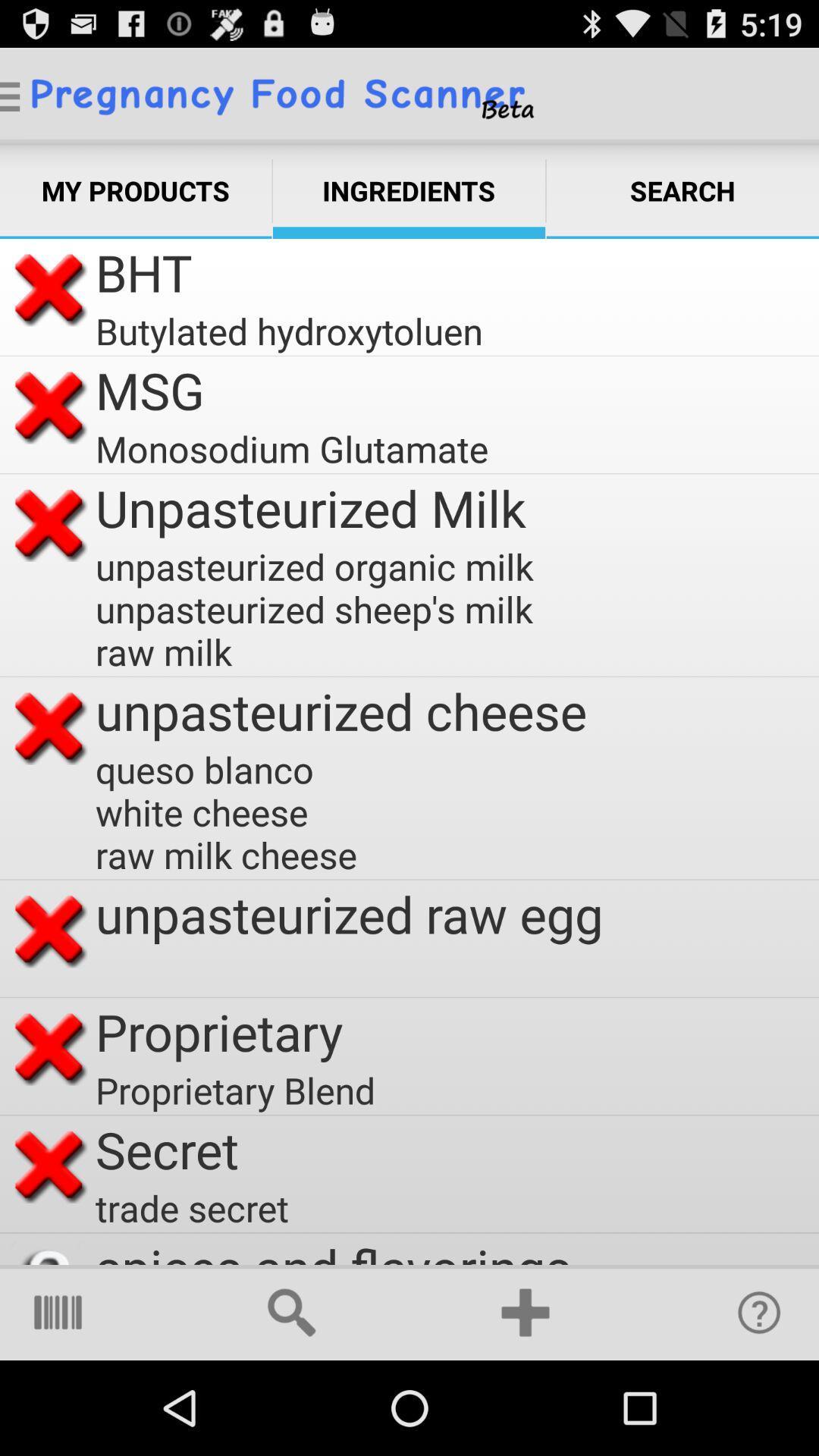 Image resolution: width=819 pixels, height=1456 pixels. Describe the element at coordinates (289, 330) in the screenshot. I see `item below the bht` at that location.